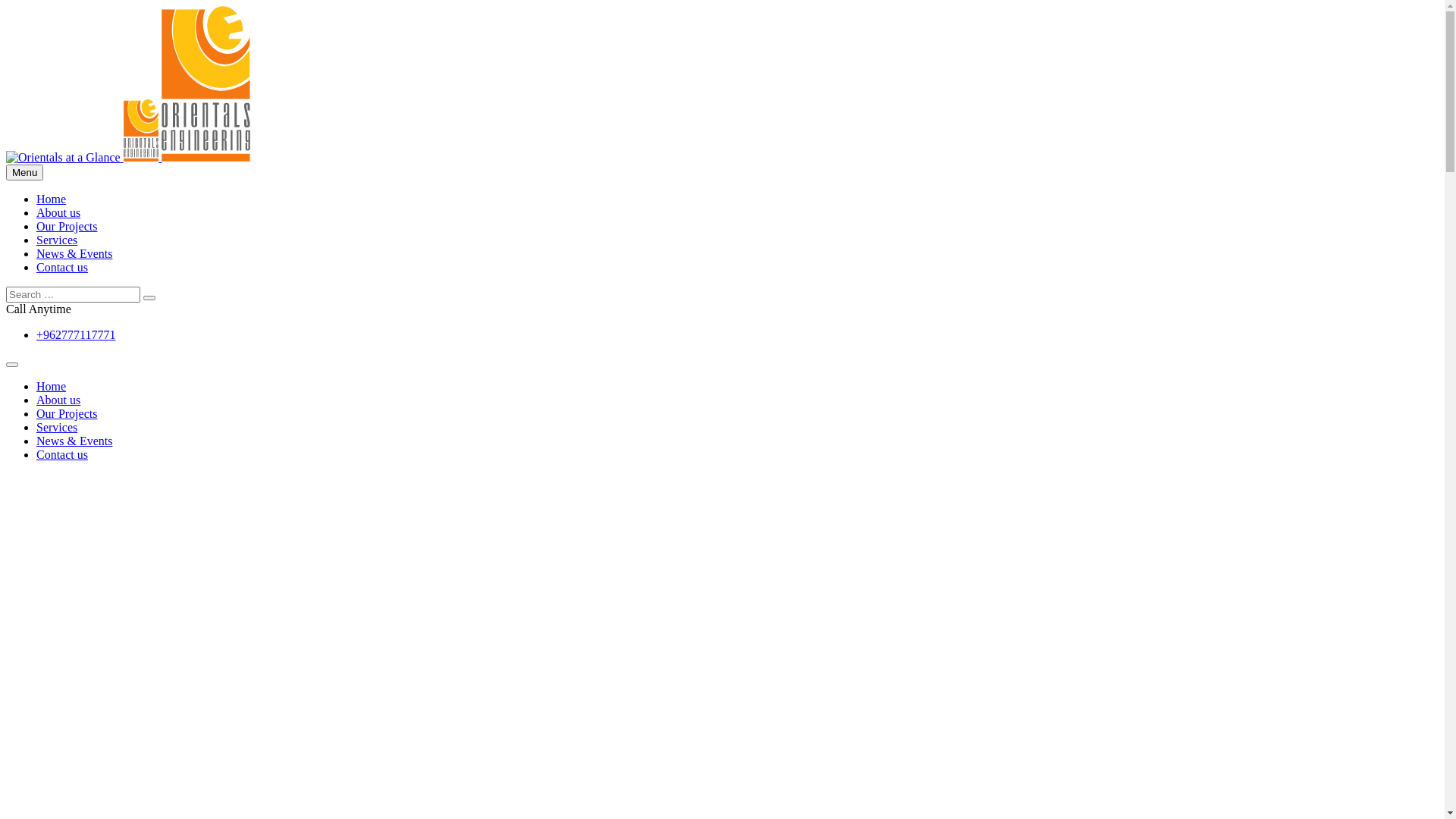  Describe the element at coordinates (58, 212) in the screenshot. I see `'About us'` at that location.